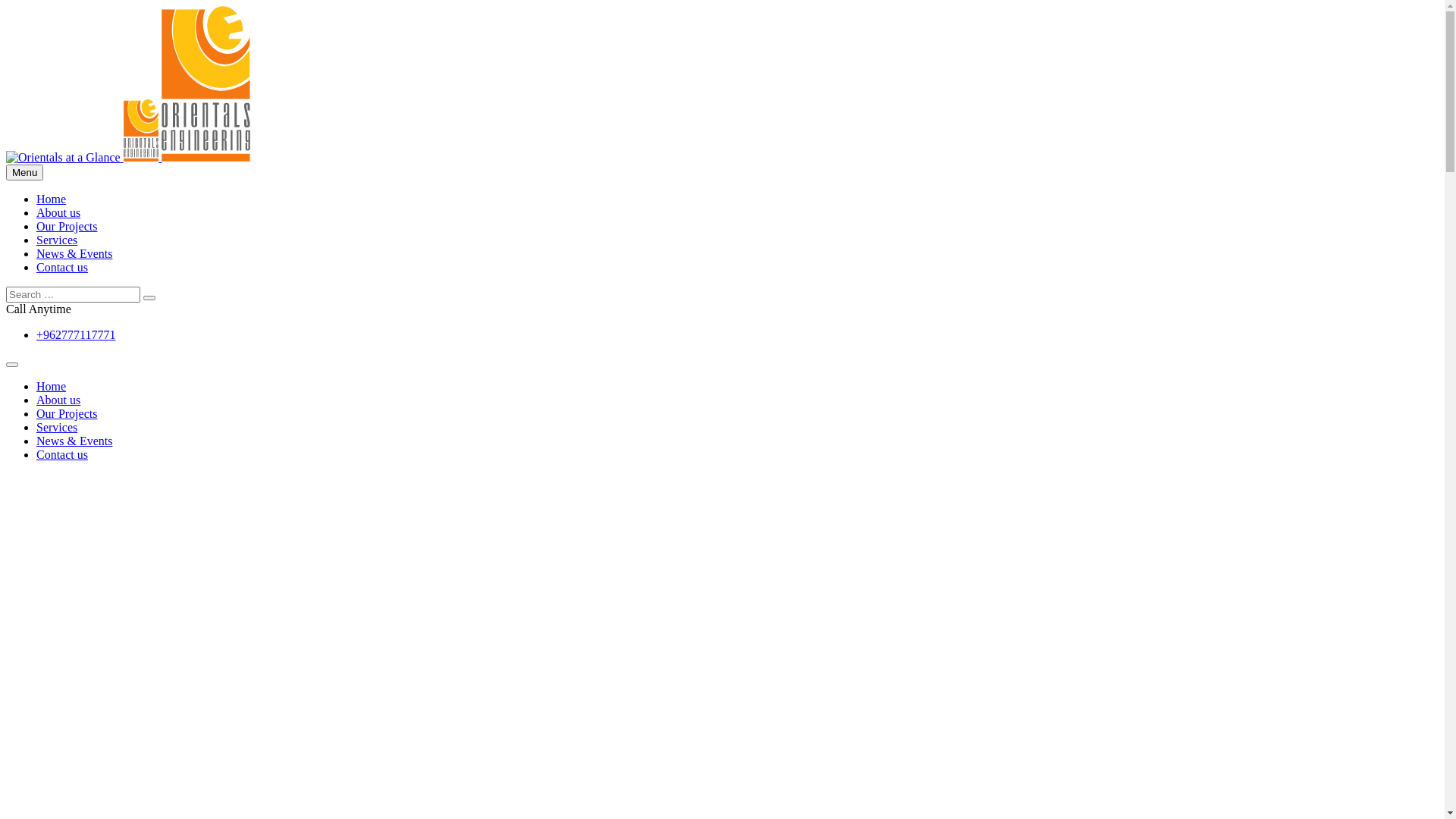  Describe the element at coordinates (58, 212) in the screenshot. I see `'About us'` at that location.